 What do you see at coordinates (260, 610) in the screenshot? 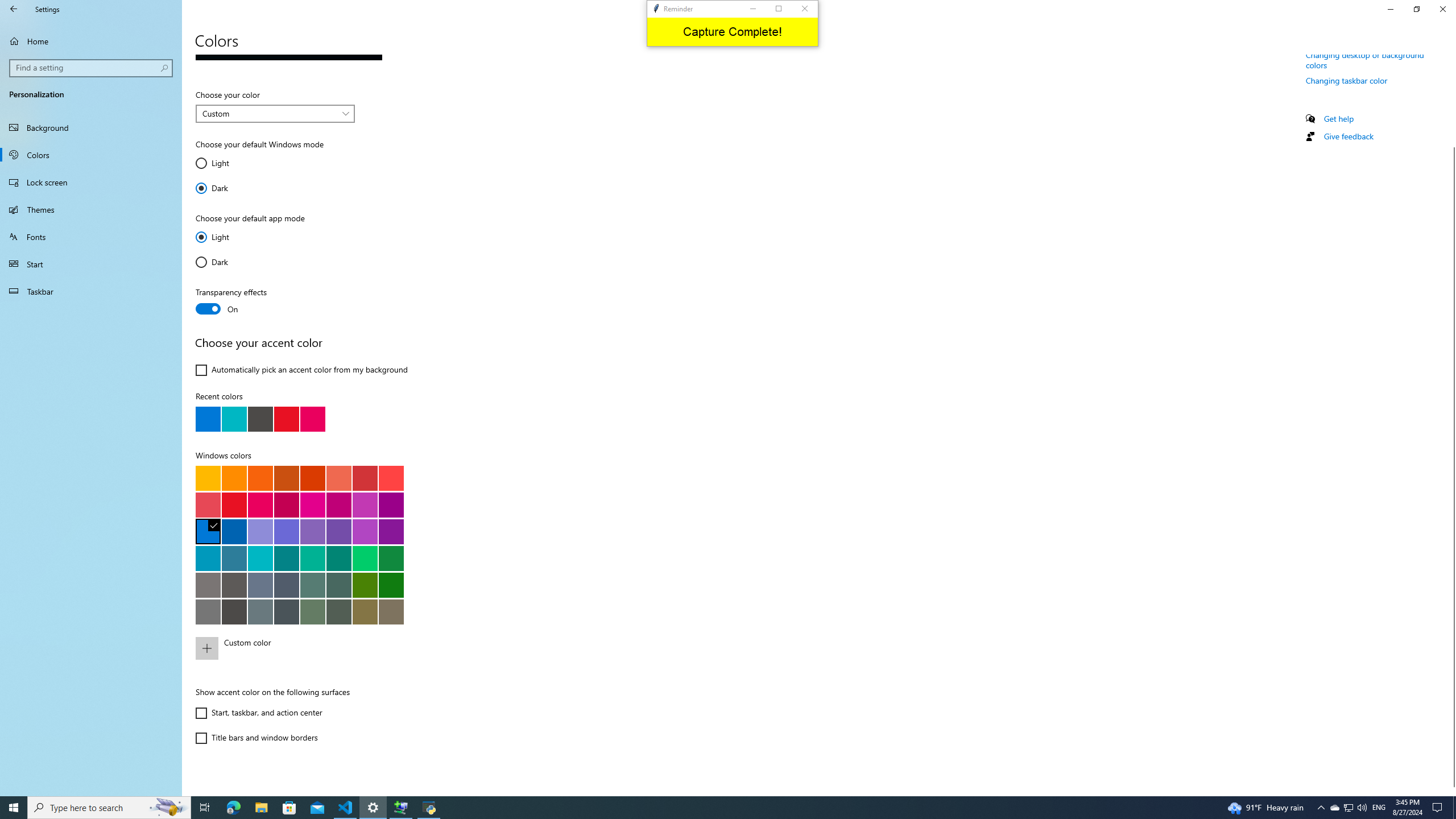
I see `'Blue gray'` at bounding box center [260, 610].